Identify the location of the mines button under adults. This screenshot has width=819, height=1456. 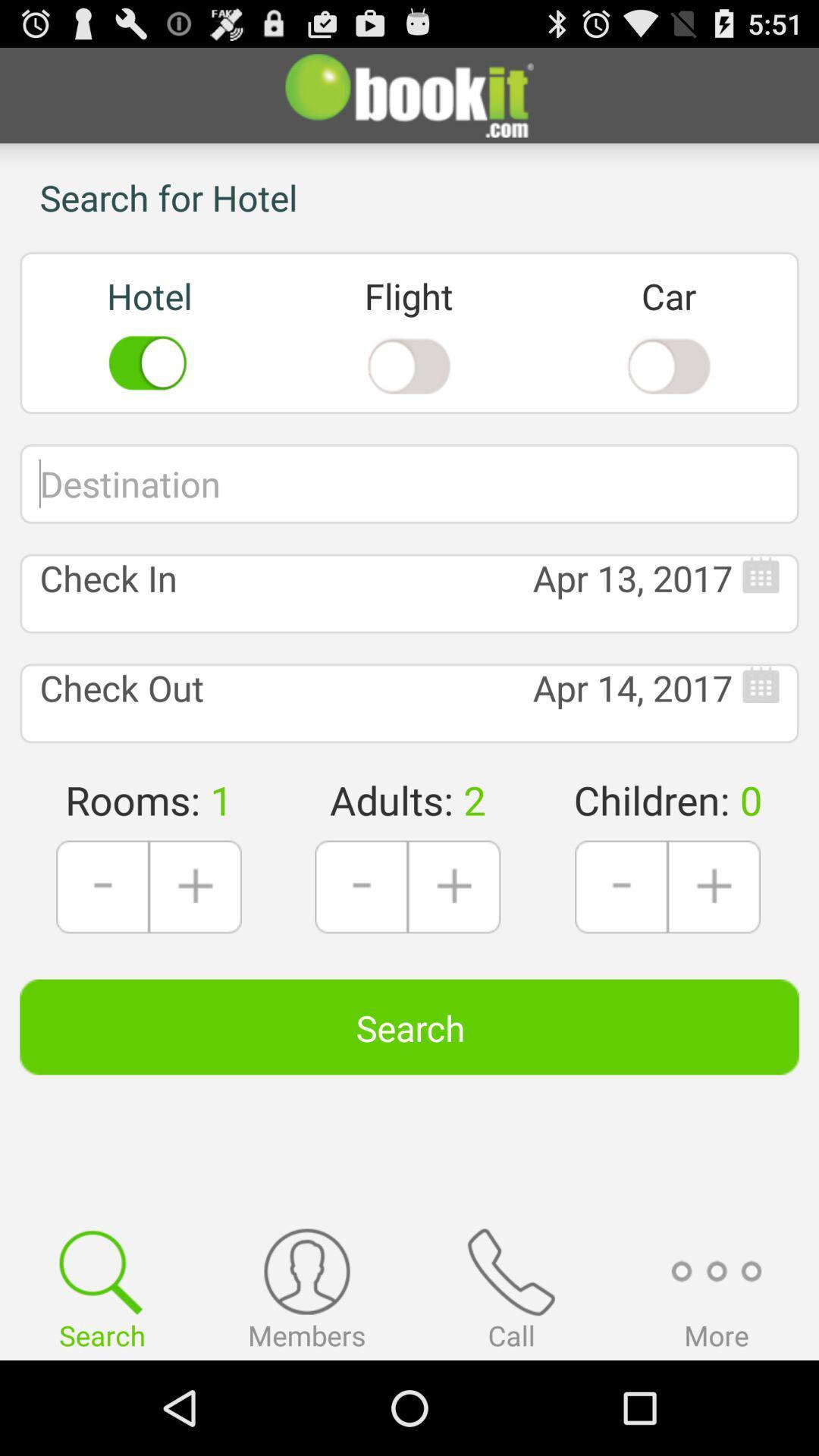
(362, 887).